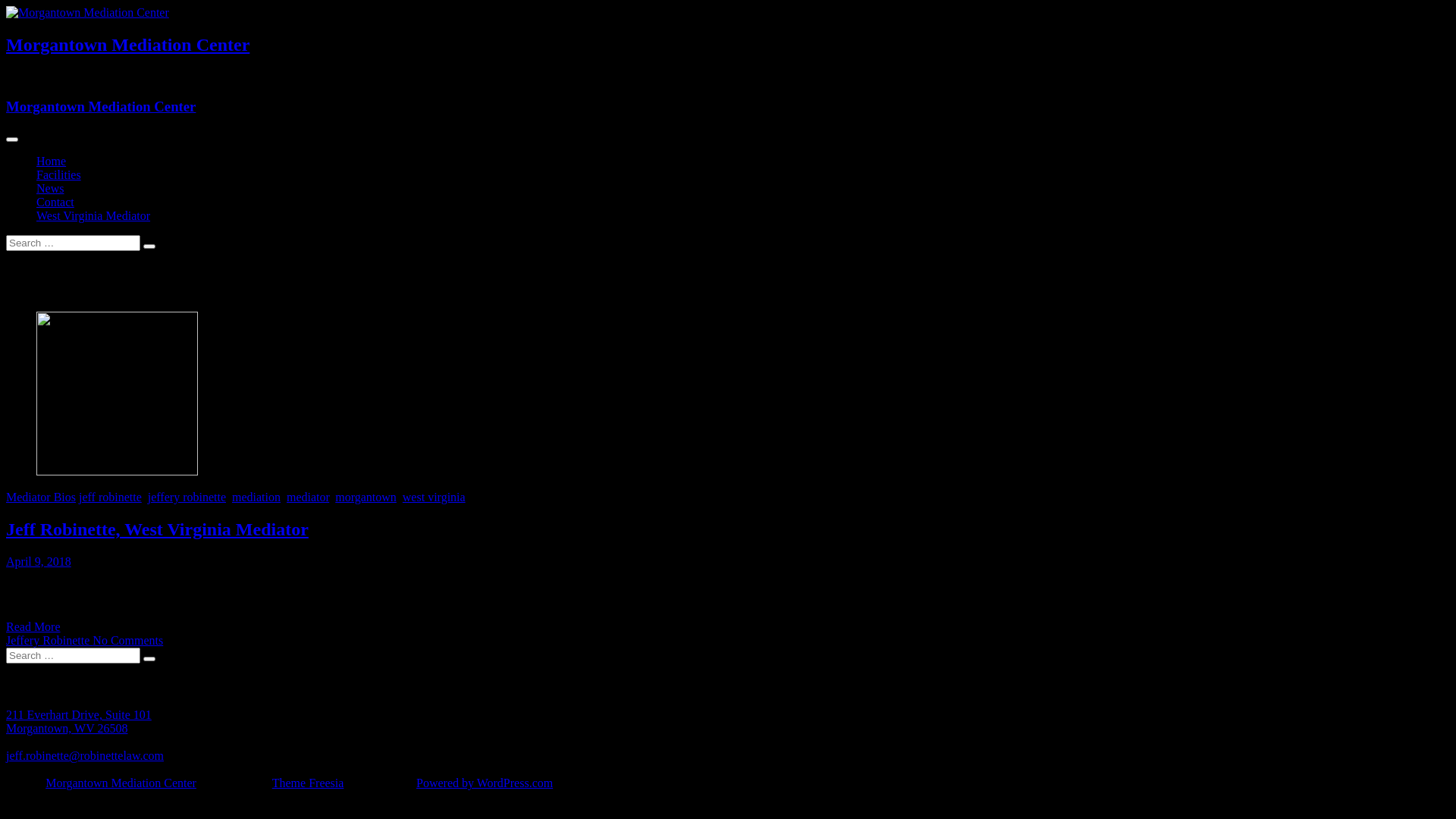  I want to click on 'West Virginia Mediator', so click(93, 215).